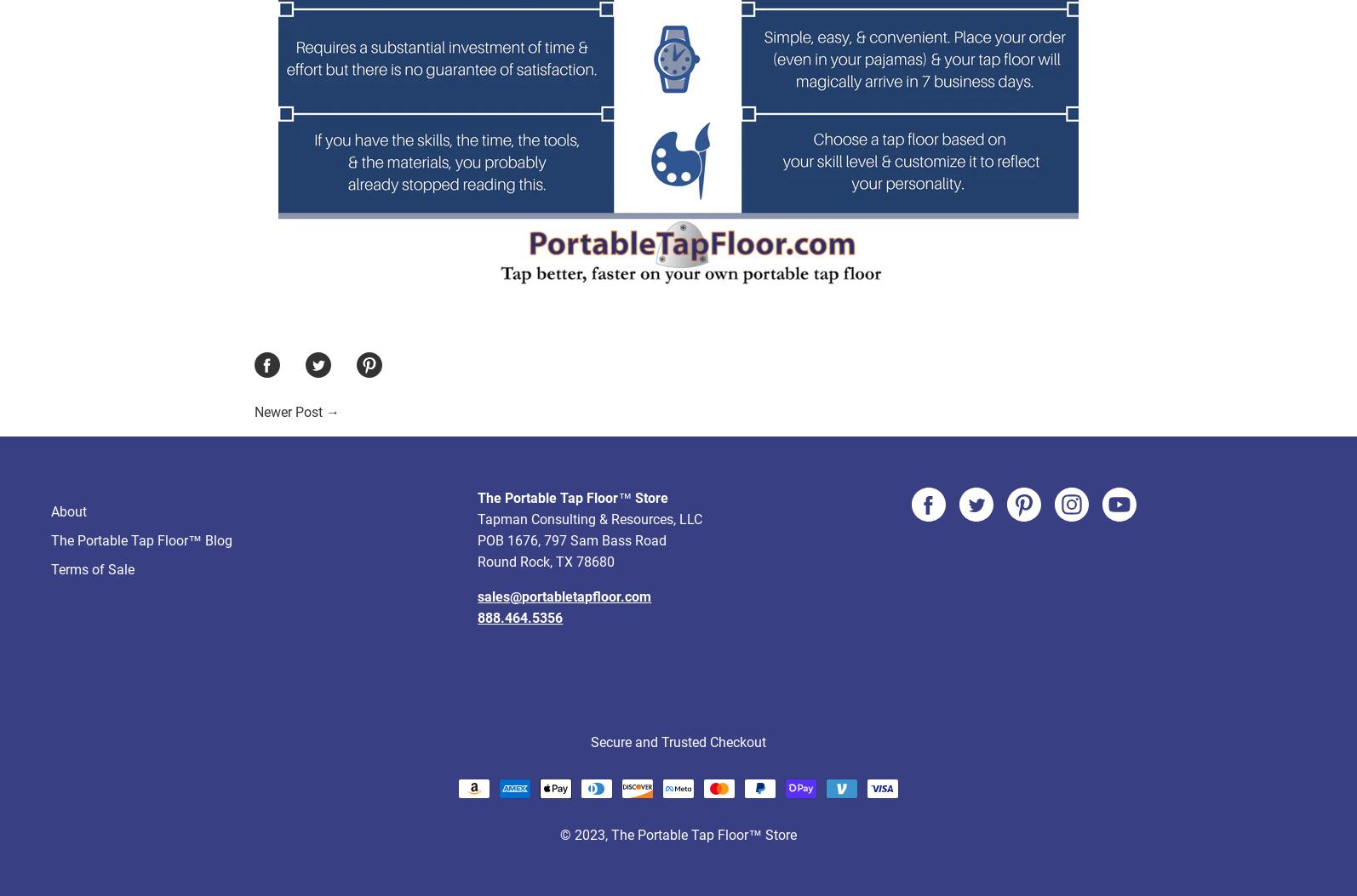  I want to click on 'The Portable Tap Floor™ Blog', so click(141, 476).